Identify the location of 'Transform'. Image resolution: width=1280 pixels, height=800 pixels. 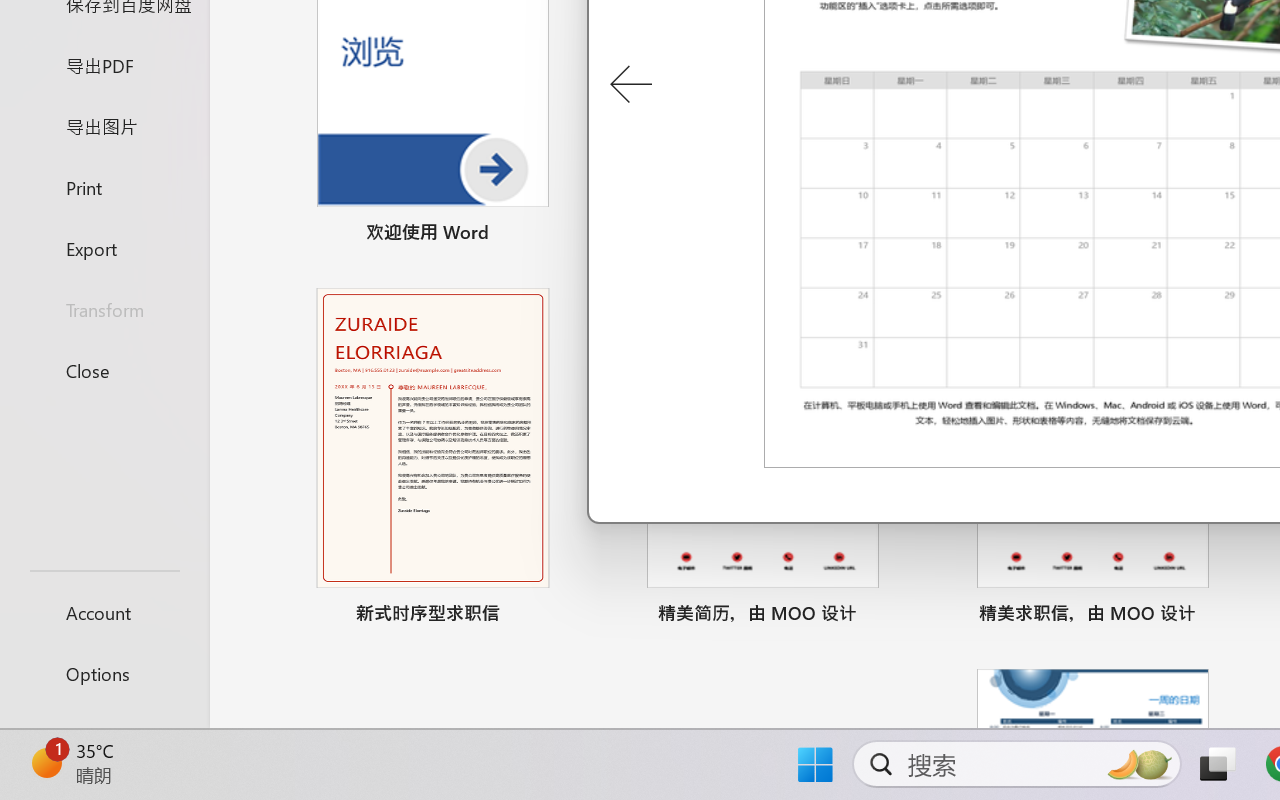
(103, 308).